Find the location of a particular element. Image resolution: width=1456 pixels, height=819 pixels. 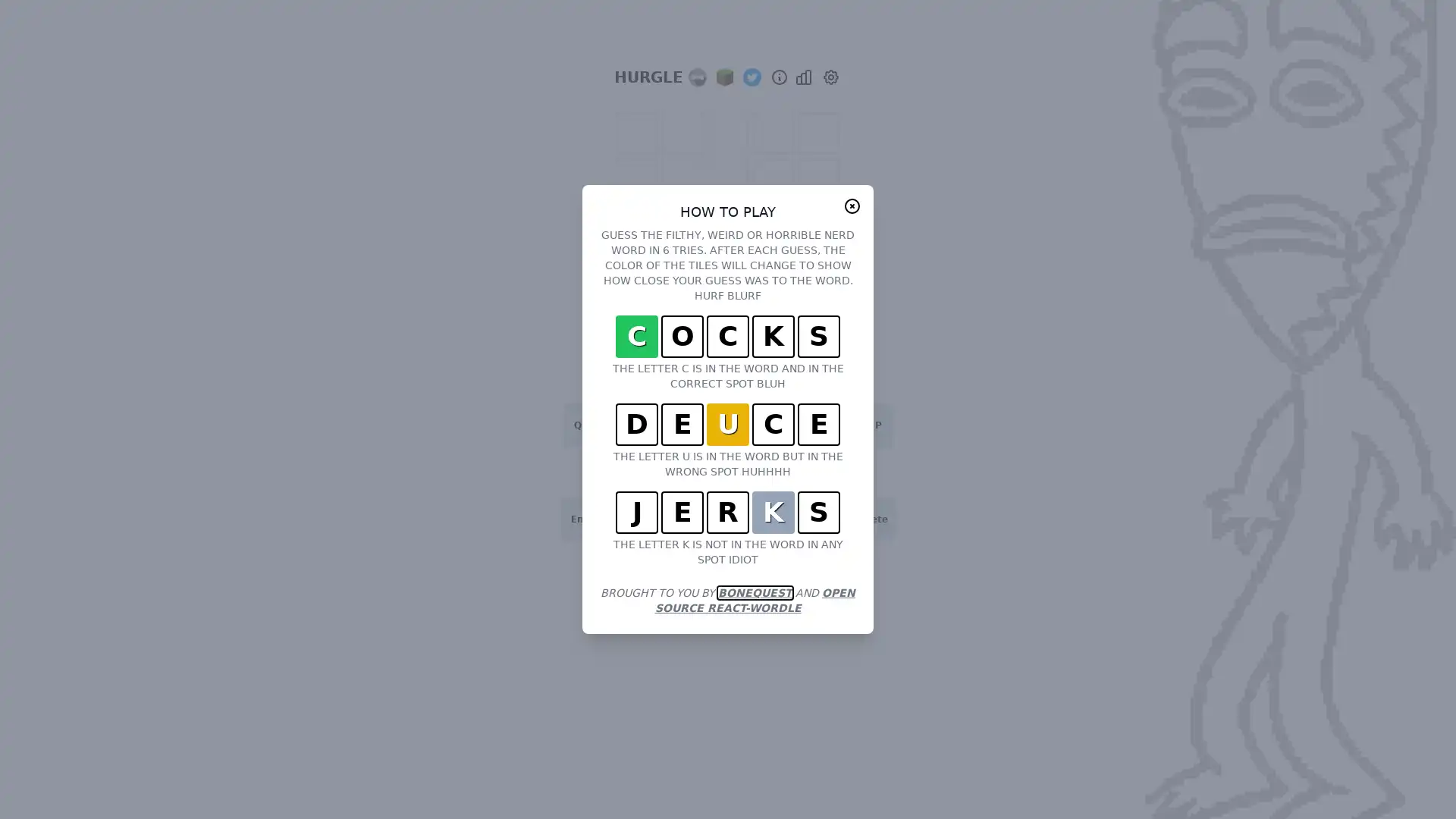

J is located at coordinates (793, 472).